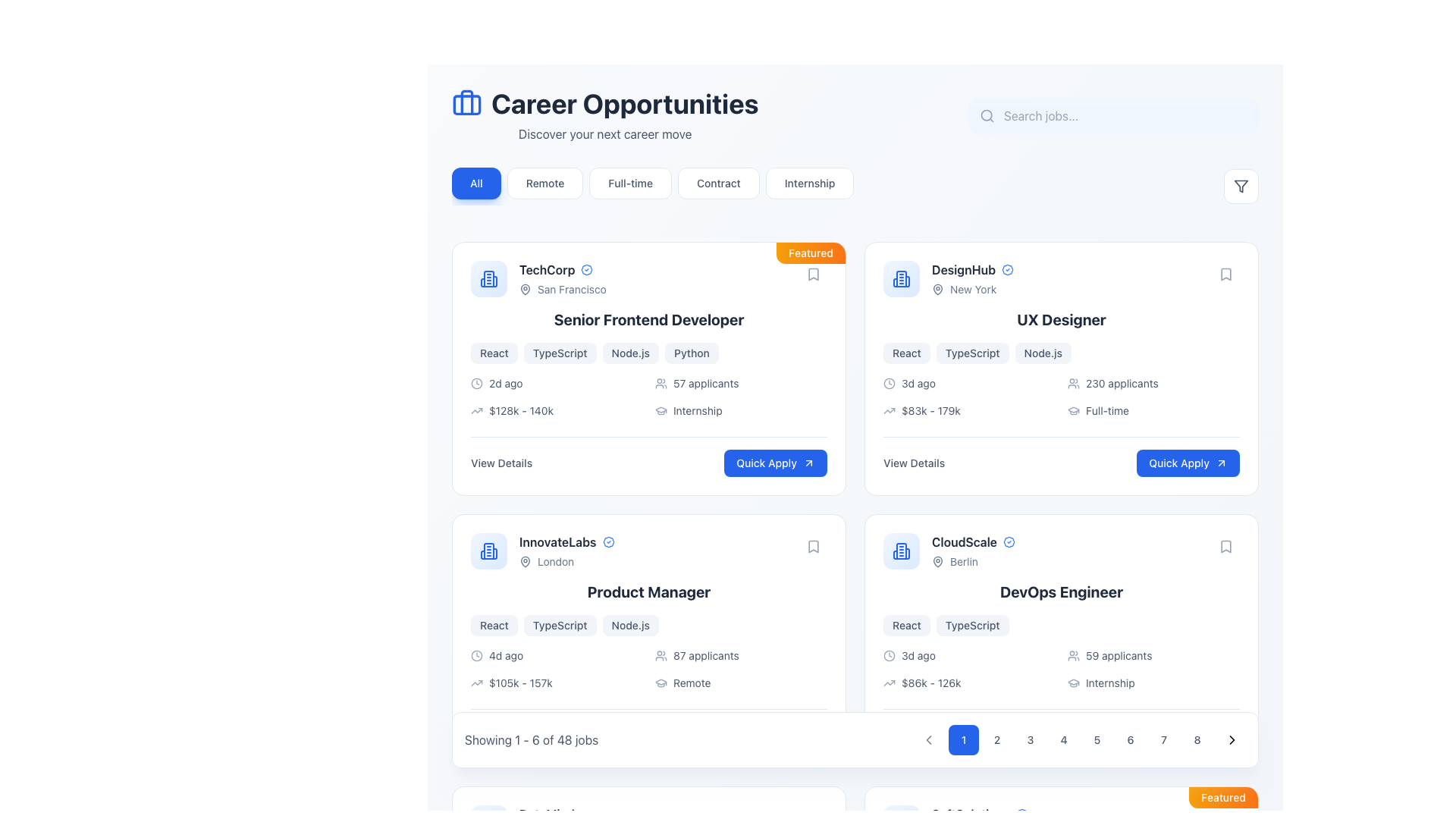 The height and width of the screenshot is (819, 1456). What do you see at coordinates (937, 289) in the screenshot?
I see `the small location pin icon located to the left of the text 'New York' within the DesignHub card on the second column of the job postings grid` at bounding box center [937, 289].